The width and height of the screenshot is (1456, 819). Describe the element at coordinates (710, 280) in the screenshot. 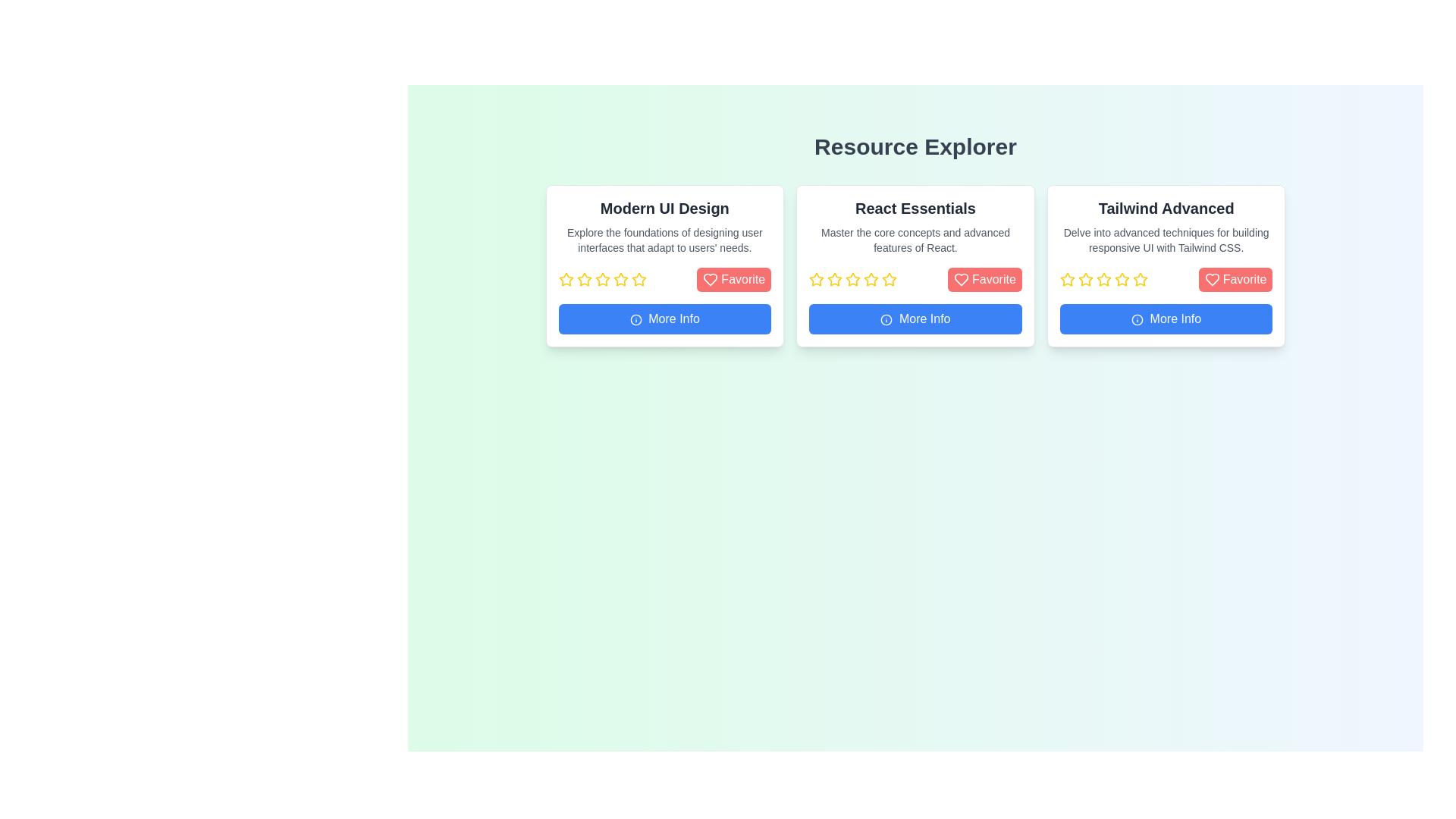

I see `the heart icon located at the center of the 'Favorite' button on the card labeled 'Modern UI Design' to interact with it` at that location.